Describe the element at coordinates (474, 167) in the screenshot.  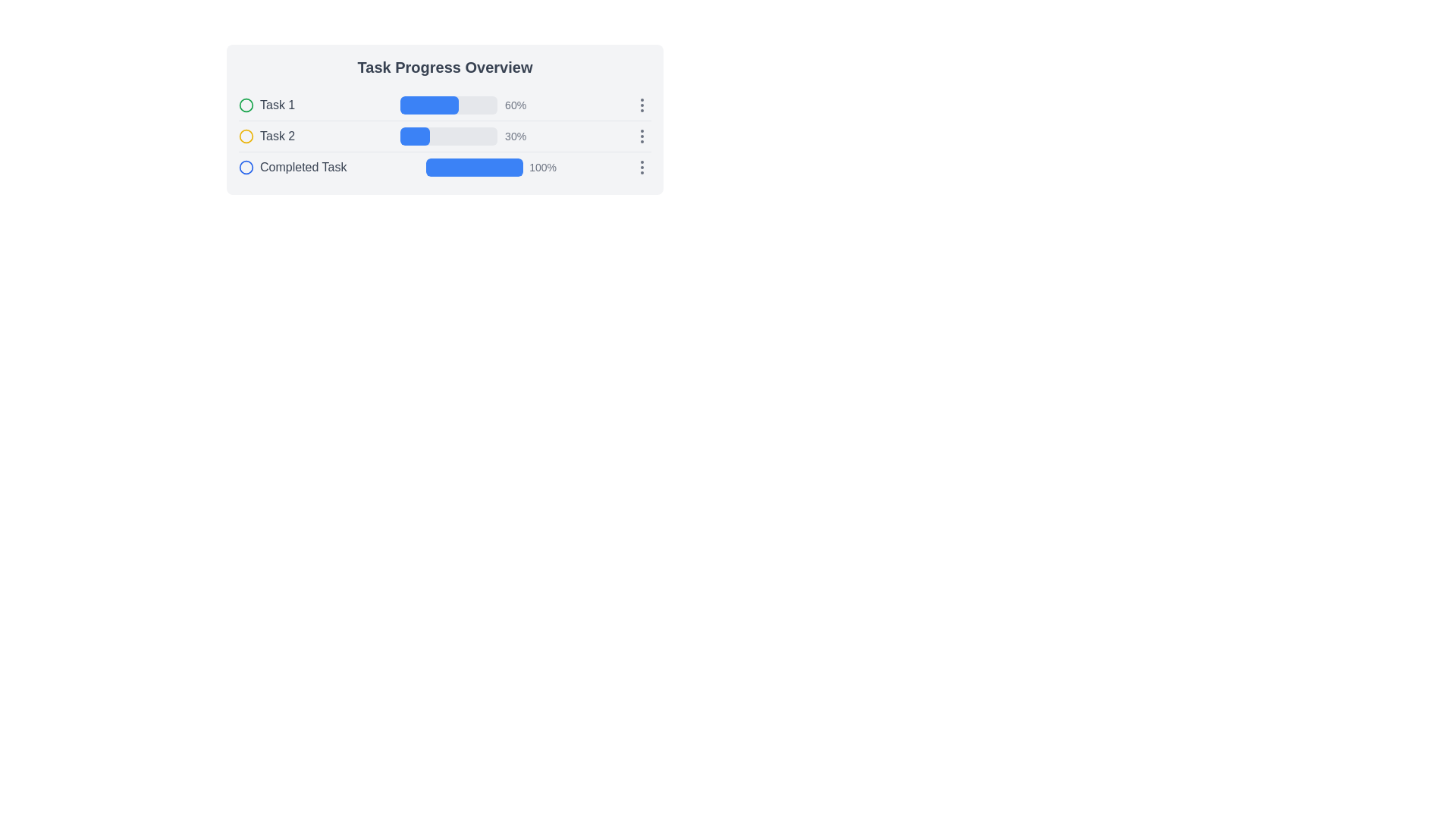
I see `the Progress bar located in the 'Task Progress Overview' section, specifically in the 'Completed Task' row, which visually indicates the completion percentage of a task` at that location.